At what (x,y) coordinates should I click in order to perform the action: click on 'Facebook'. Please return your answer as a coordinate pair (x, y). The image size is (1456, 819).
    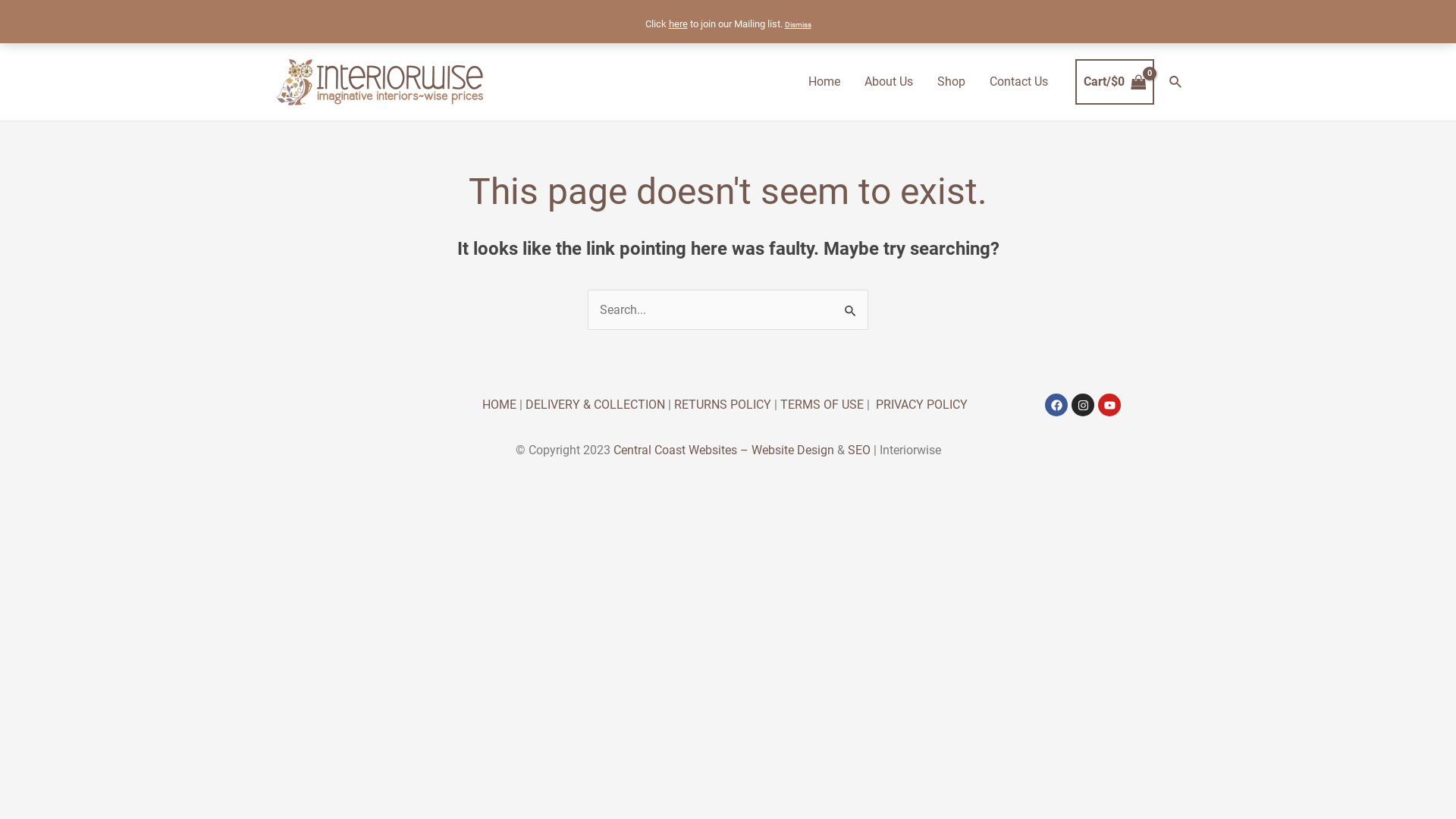
    Looking at the image, I should click on (1055, 403).